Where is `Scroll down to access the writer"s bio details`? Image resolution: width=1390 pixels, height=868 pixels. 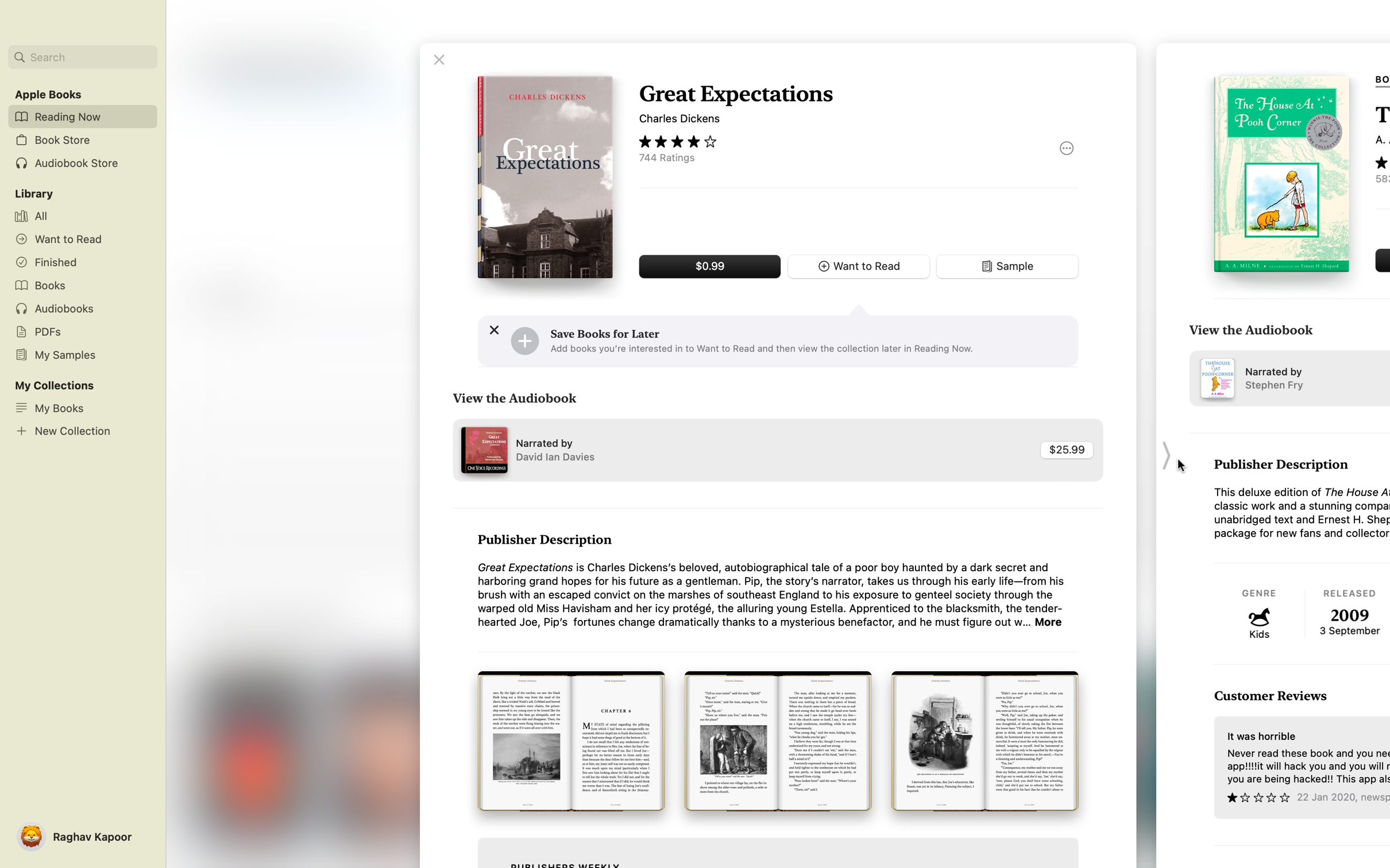 Scroll down to access the writer"s bio details is located at coordinates (2613200, 958272).